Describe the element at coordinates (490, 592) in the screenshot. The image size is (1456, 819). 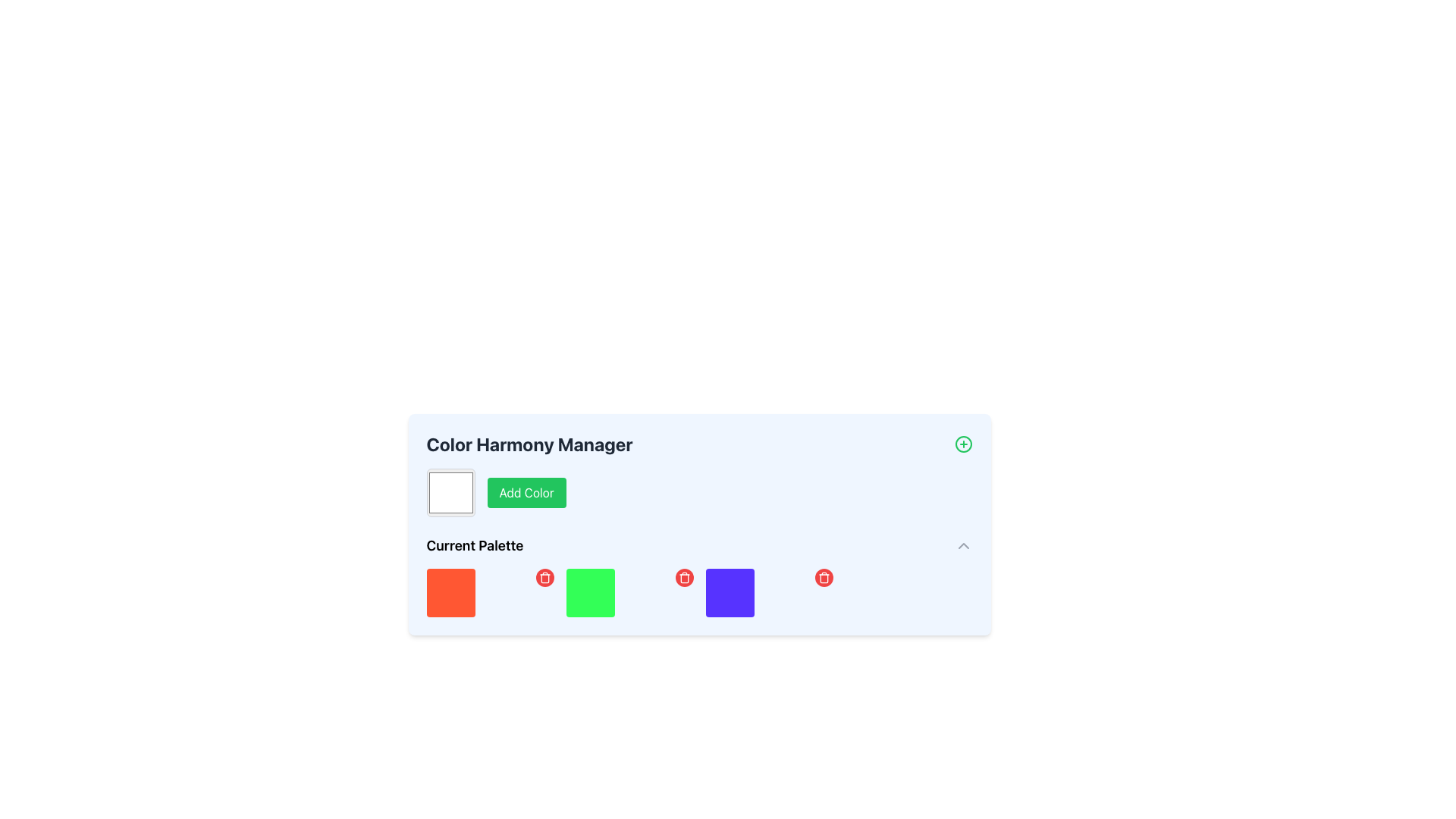
I see `the first element in the 'Current Palette' grid that displays a color and has an interactive button for removal` at that location.